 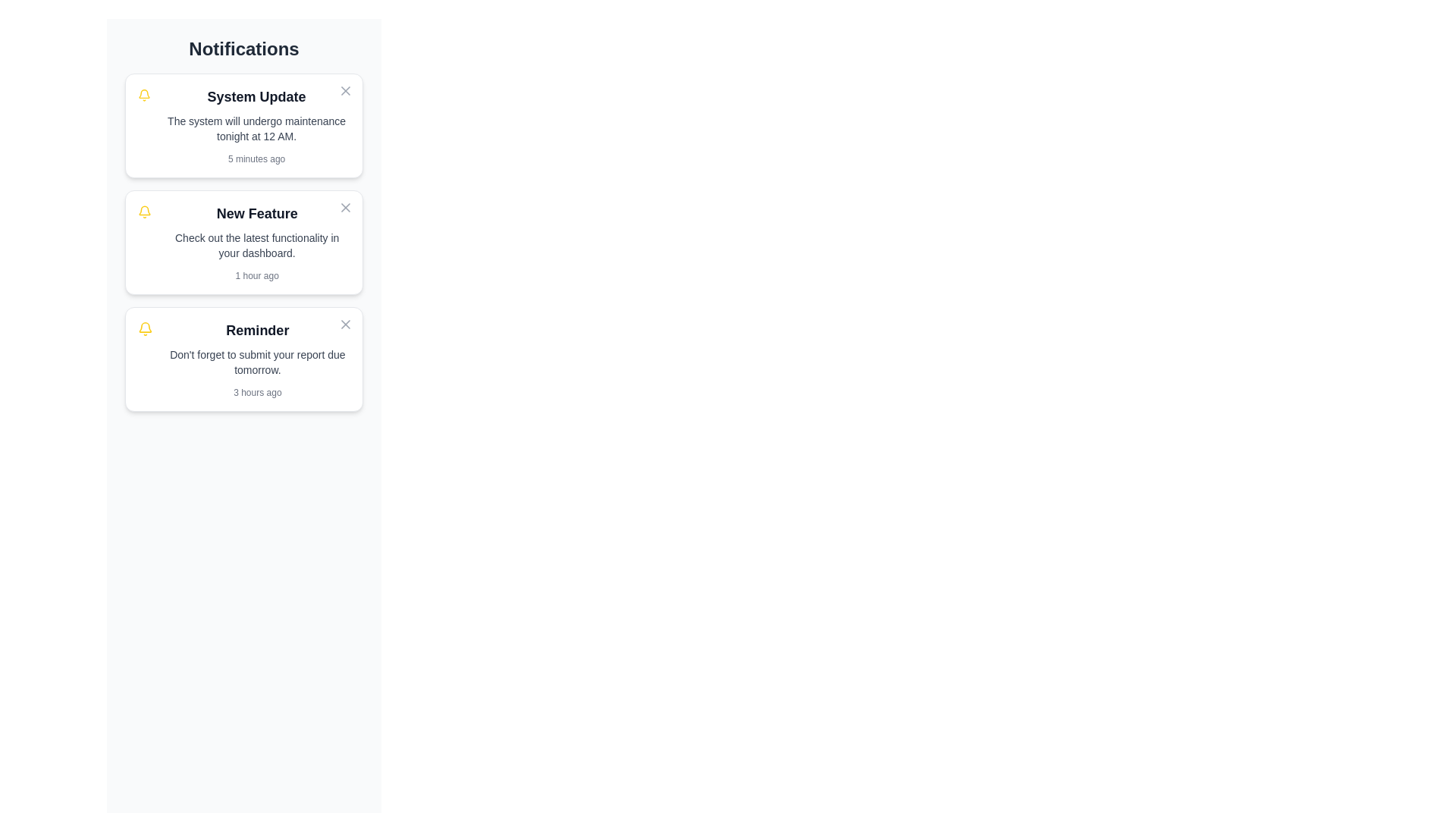 I want to click on the first notification card in the notification panel that informs about upcoming system maintenance at 12 AM, so click(x=243, y=124).